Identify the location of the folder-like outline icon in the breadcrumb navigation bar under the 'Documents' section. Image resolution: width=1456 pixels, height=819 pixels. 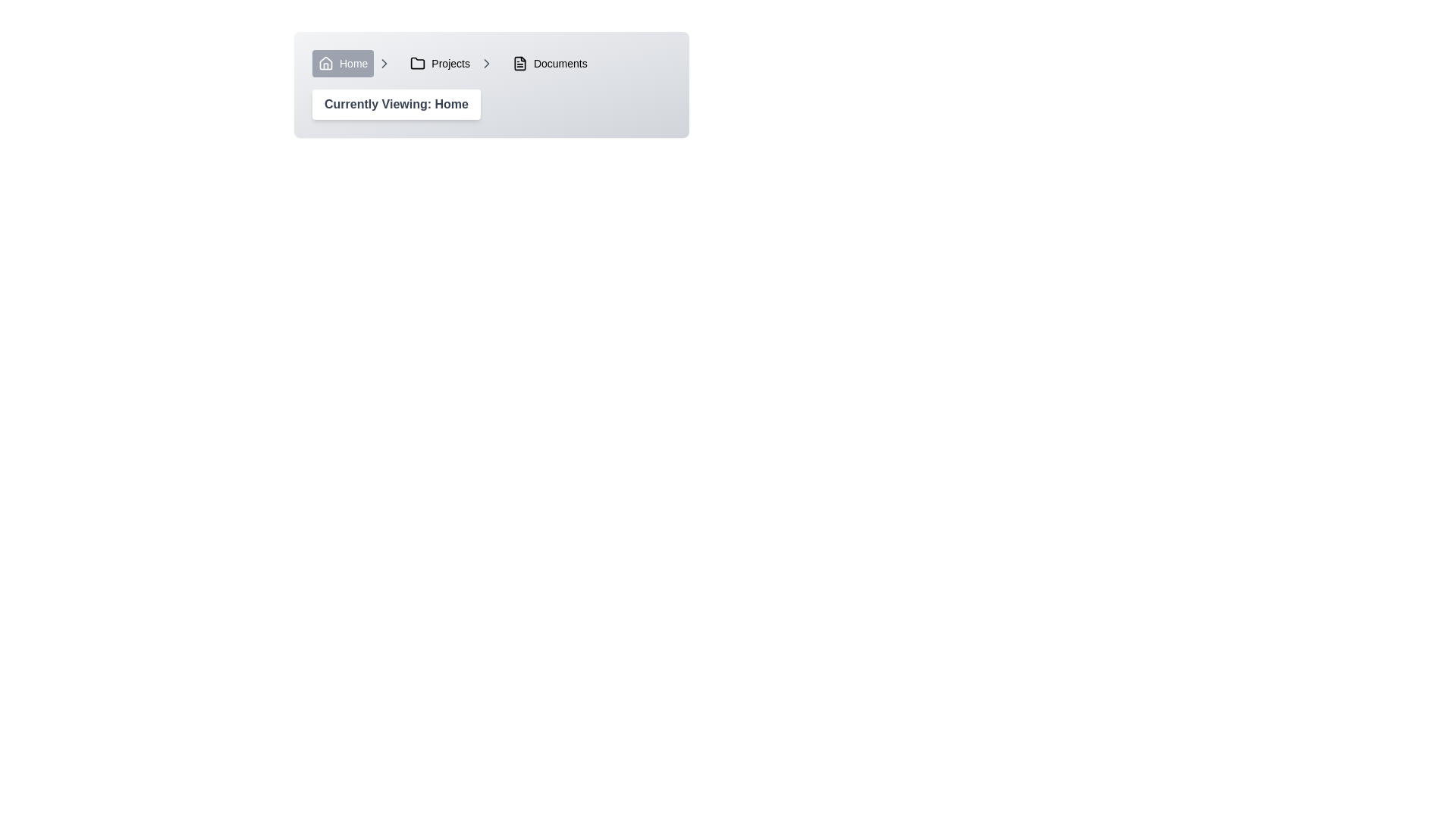
(520, 63).